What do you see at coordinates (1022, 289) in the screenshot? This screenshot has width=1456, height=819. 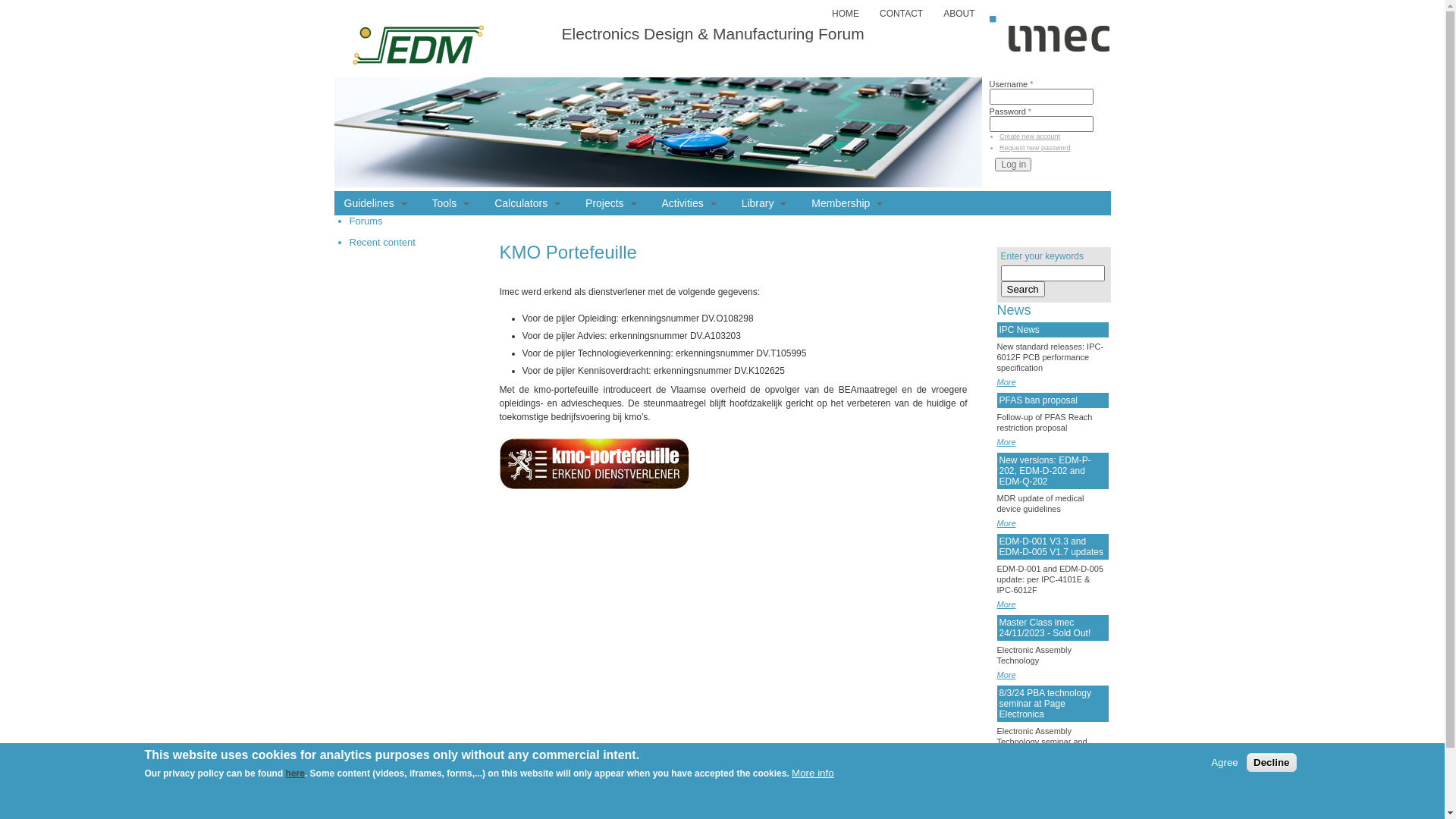 I see `'Search'` at bounding box center [1022, 289].